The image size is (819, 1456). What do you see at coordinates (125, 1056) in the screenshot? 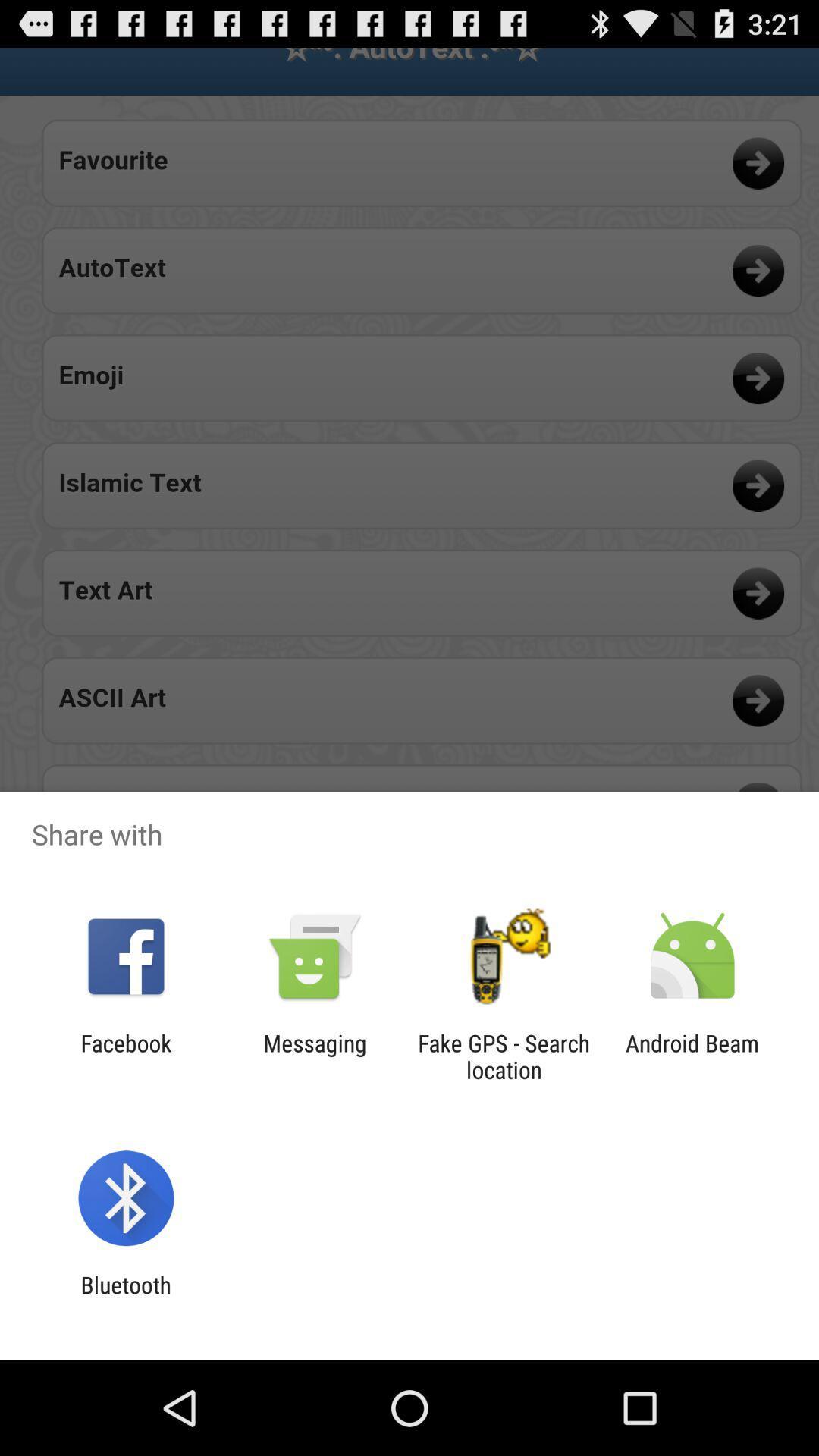
I see `the facebook app` at bounding box center [125, 1056].